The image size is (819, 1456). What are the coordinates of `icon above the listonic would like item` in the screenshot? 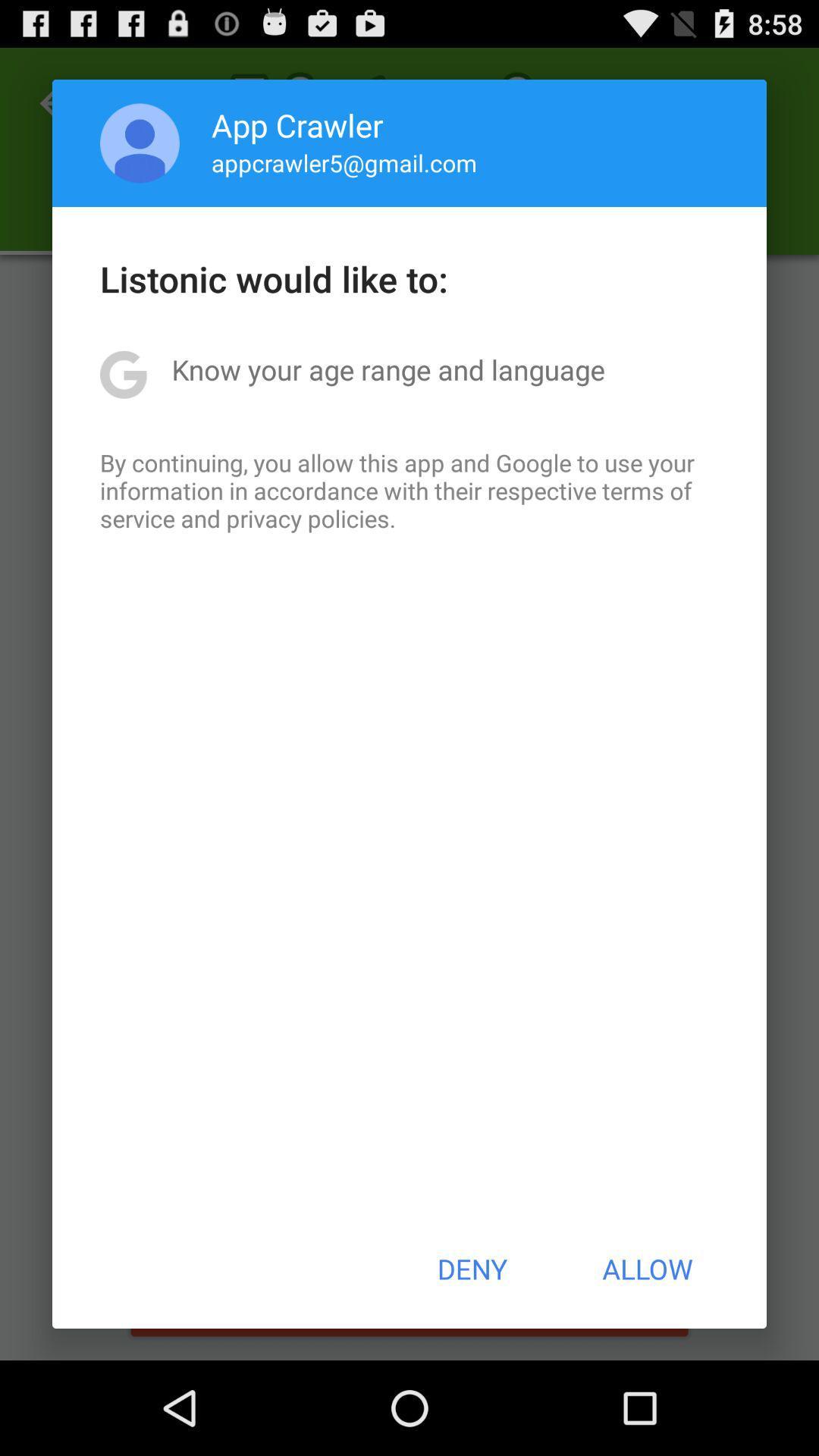 It's located at (140, 143).